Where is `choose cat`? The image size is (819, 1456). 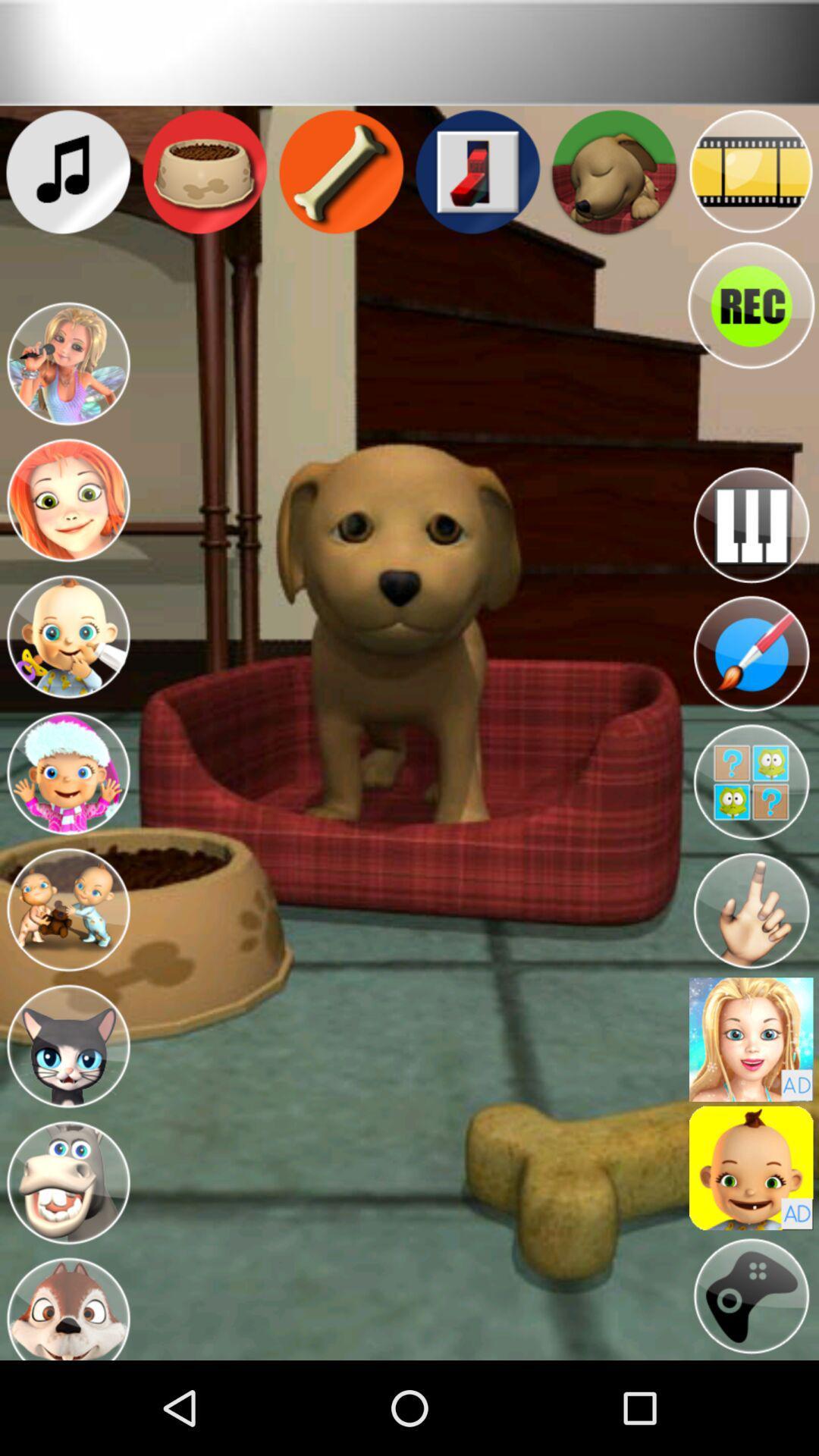
choose cat is located at coordinates (67, 1046).